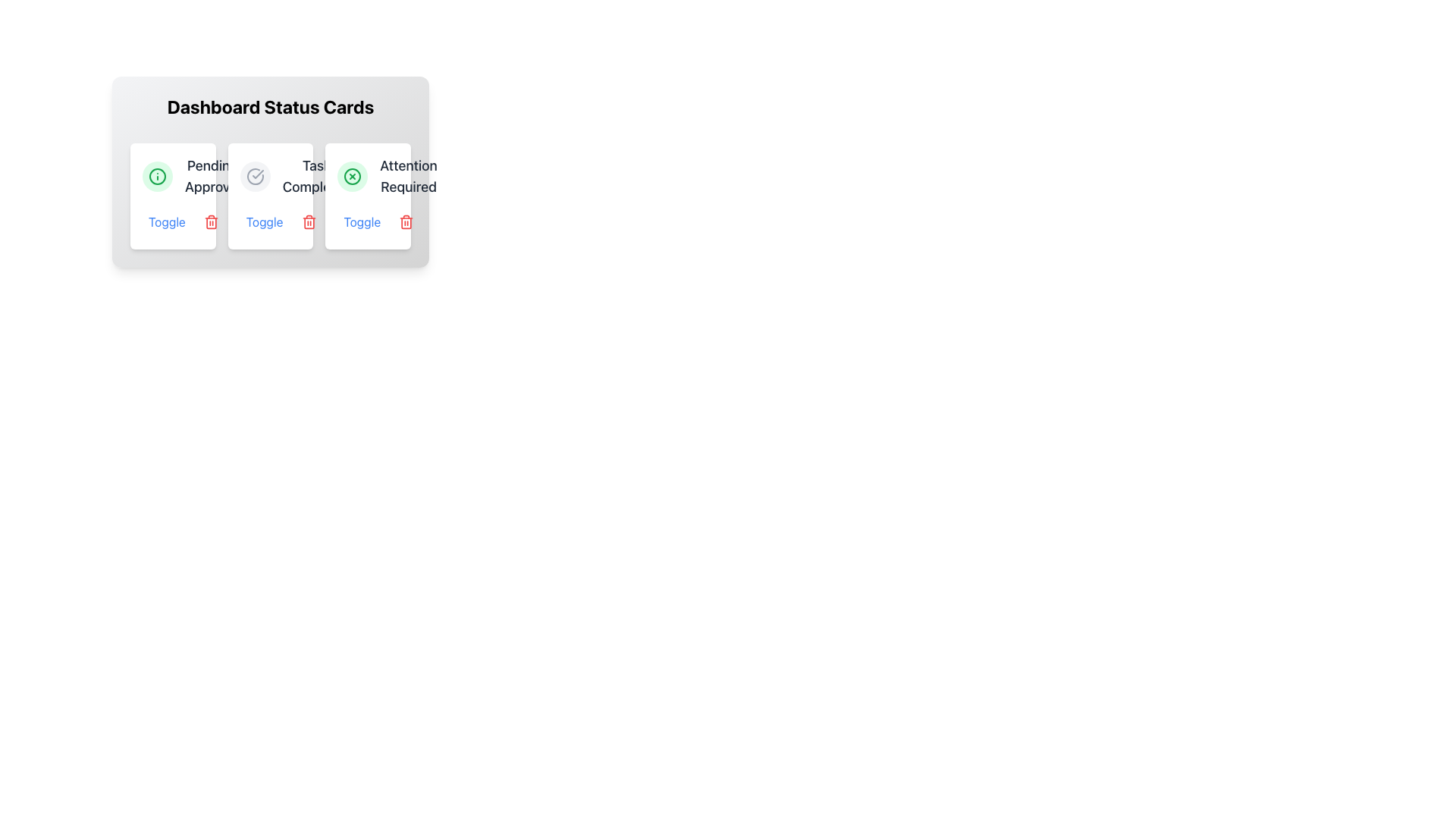  Describe the element at coordinates (157, 175) in the screenshot. I see `the circular icon with a green border and background featuring an 'i' symbol, located in the top-left corner of the first status card titled 'Dashboard Status Cards'` at that location.